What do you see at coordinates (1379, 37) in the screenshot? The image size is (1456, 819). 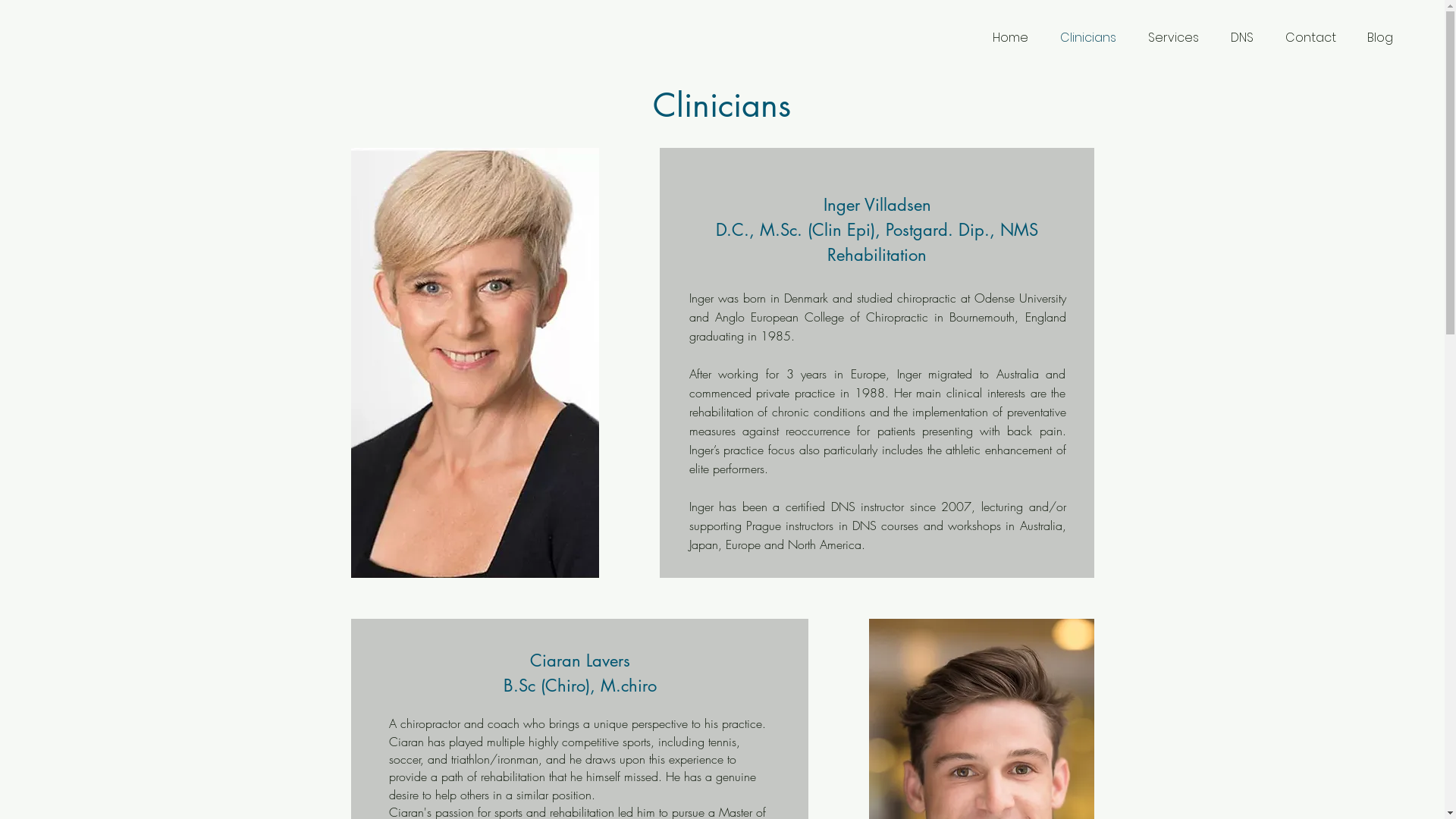 I see `'Blog'` at bounding box center [1379, 37].